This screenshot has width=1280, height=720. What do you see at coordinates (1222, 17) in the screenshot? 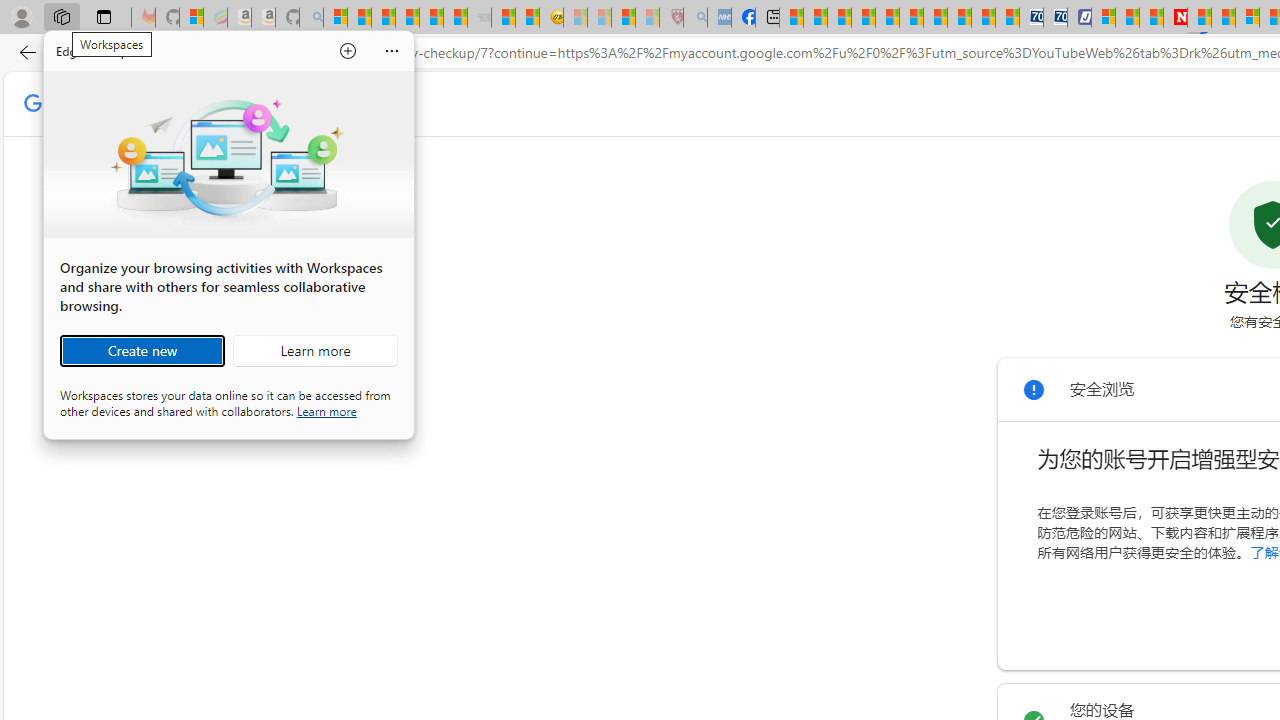
I see `'14 Common Myths Debunked By Scientific Facts'` at bounding box center [1222, 17].